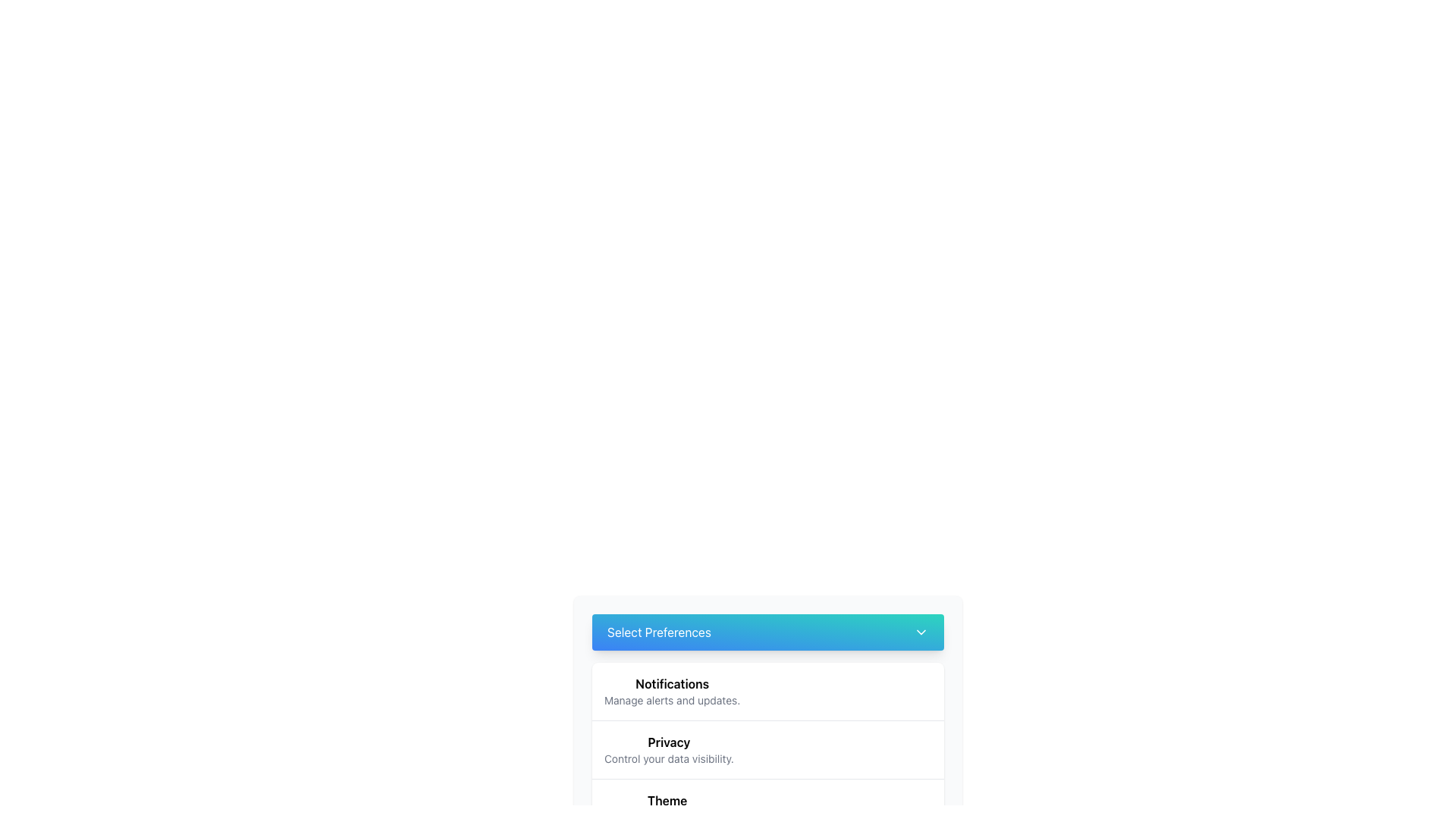  What do you see at coordinates (920, 632) in the screenshot?
I see `the downward-facing chevron icon on the right side of the 'Select Preferences' title bar` at bounding box center [920, 632].